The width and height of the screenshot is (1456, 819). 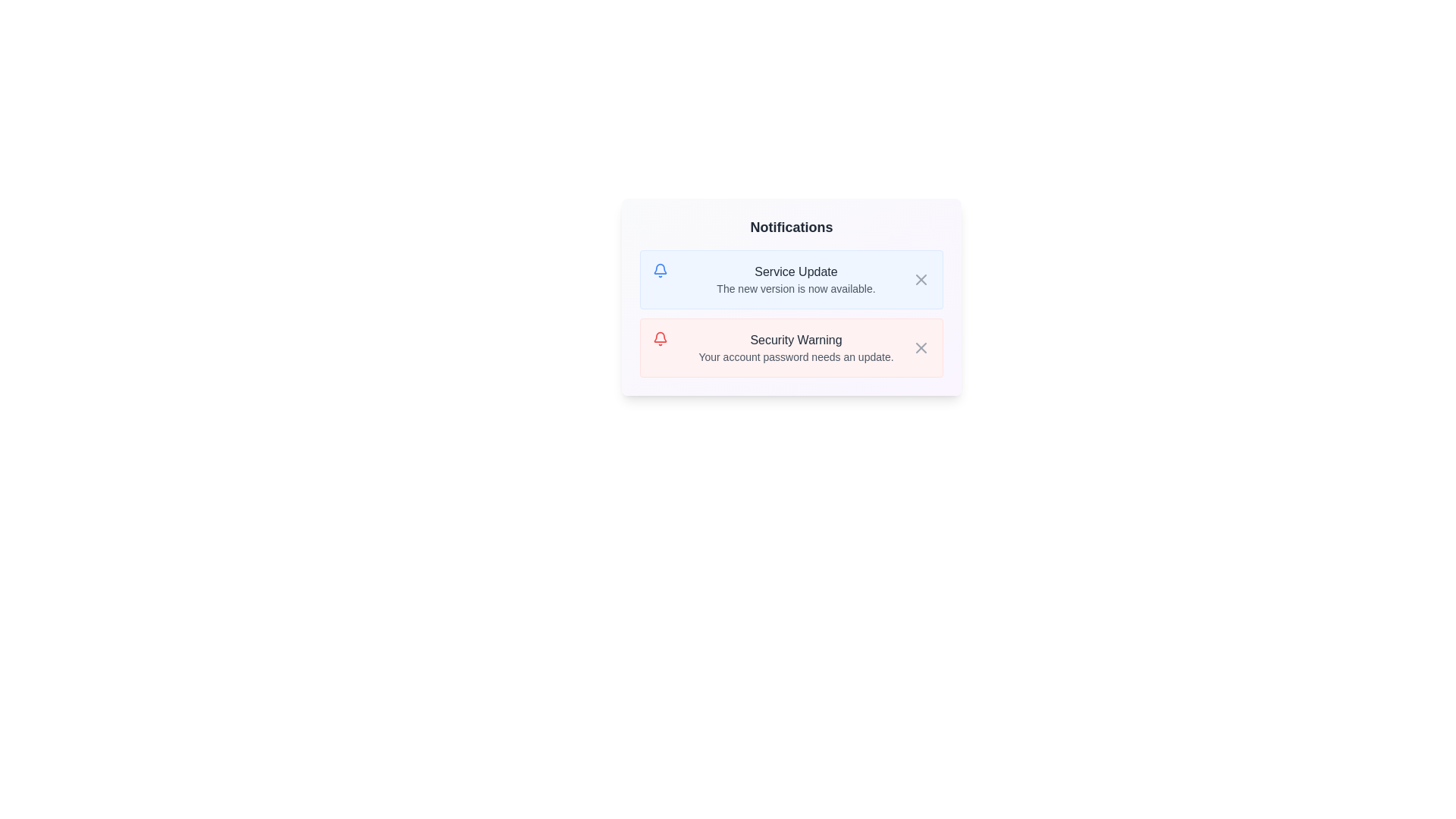 I want to click on the security-related warning text block that informs users about the need to update their account password, located within a notification card below the 'Service Update' notification, so click(x=795, y=348).